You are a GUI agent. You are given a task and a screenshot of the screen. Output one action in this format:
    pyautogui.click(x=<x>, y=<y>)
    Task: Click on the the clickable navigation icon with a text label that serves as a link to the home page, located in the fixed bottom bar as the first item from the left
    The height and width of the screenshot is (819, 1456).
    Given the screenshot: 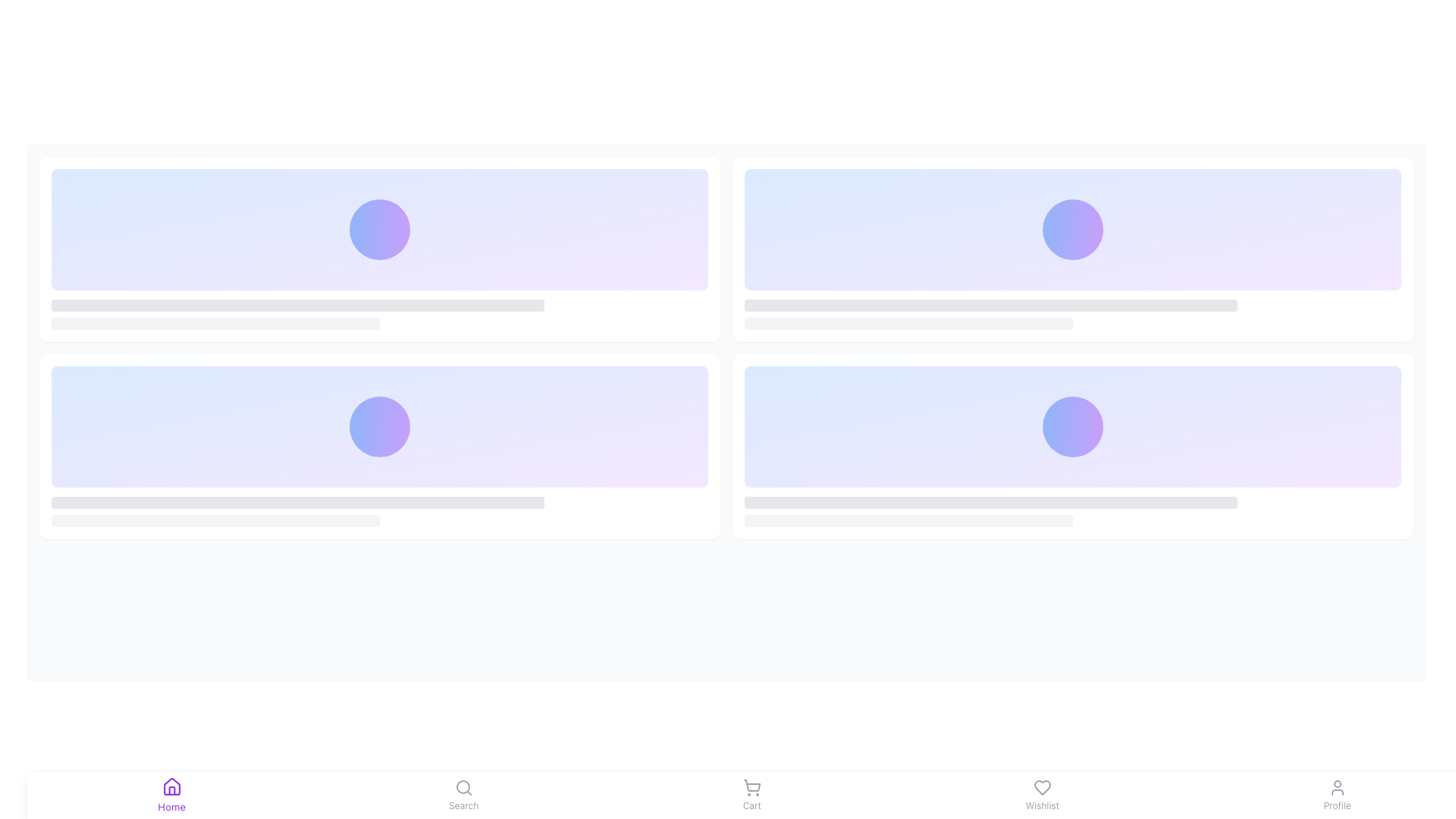 What is the action you would take?
    pyautogui.click(x=171, y=794)
    